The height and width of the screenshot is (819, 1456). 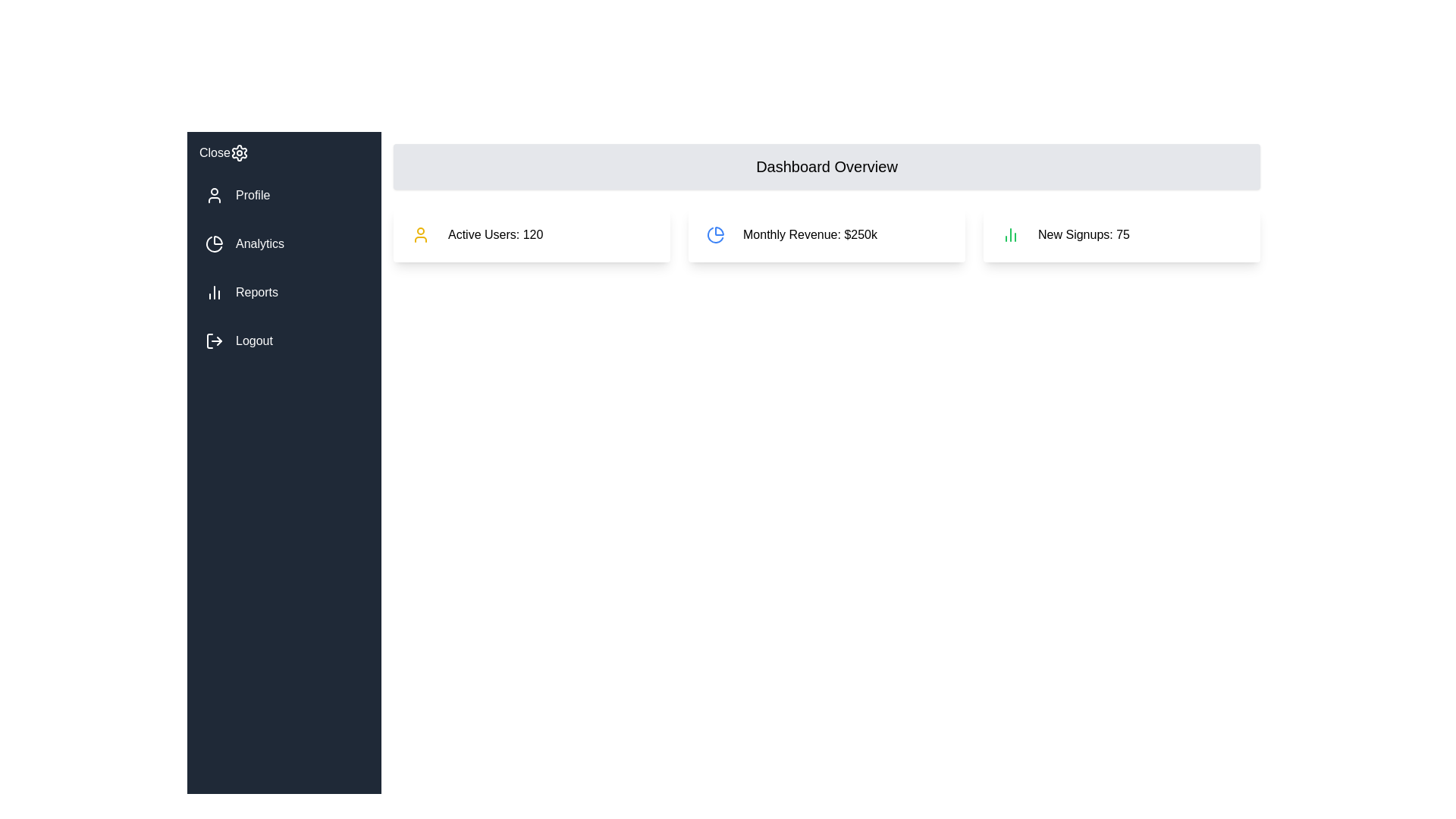 I want to click on the right-facing arrow component of the SVG logout icon located in the lower section of the left sidebar, so click(x=218, y=341).